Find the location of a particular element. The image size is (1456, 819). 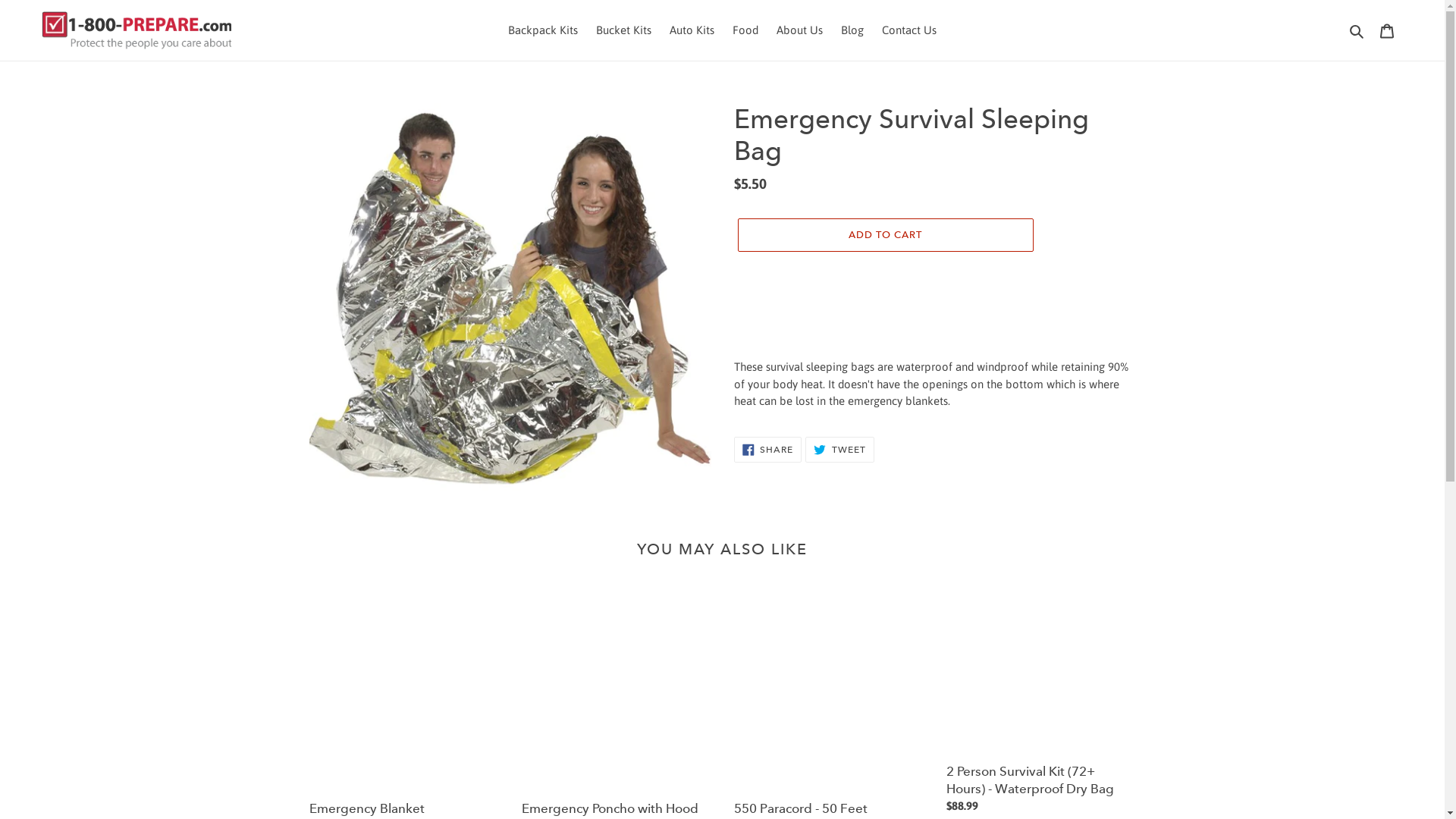

'TWEET is located at coordinates (839, 449).